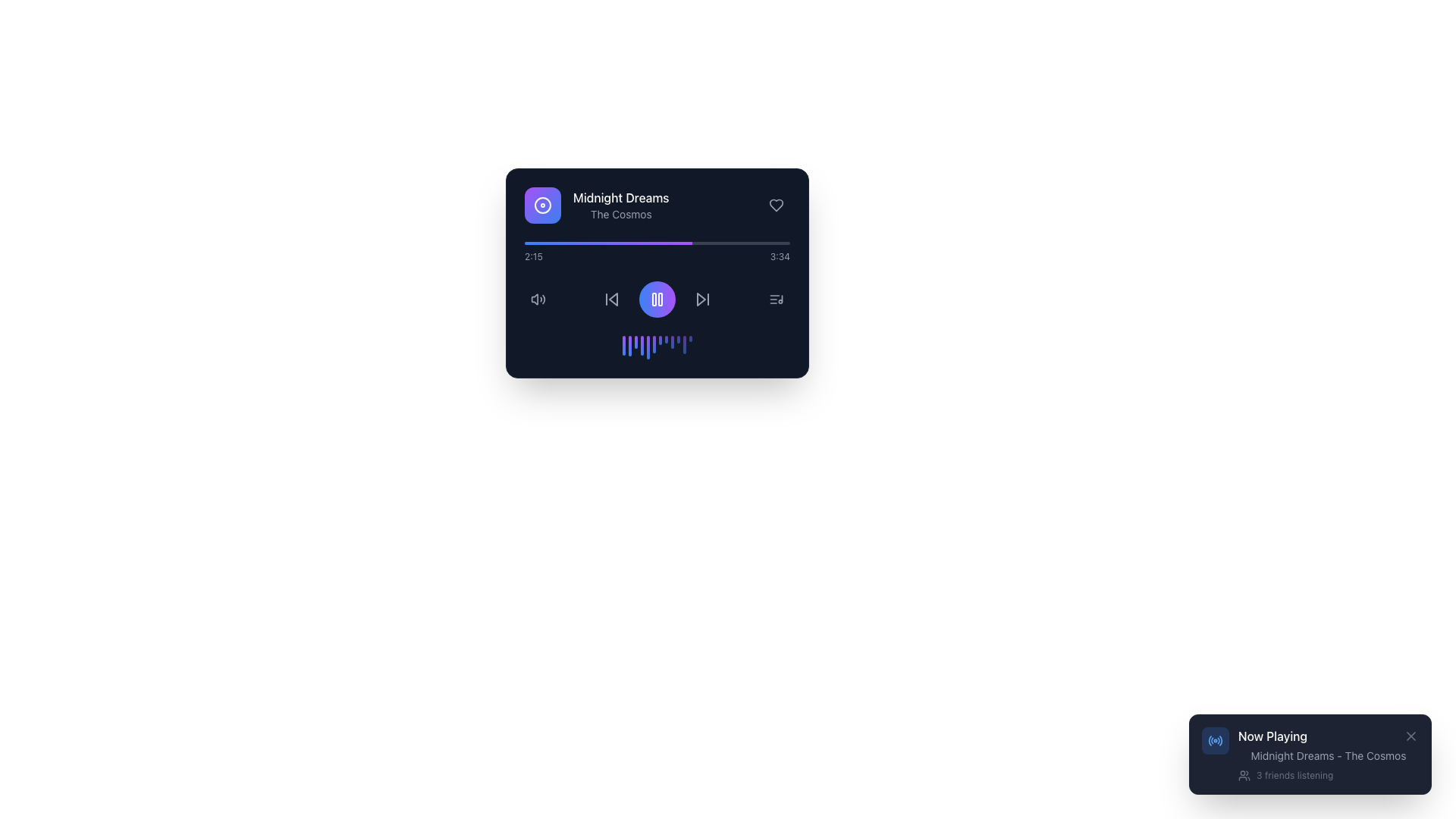 This screenshot has height=819, width=1456. What do you see at coordinates (731, 242) in the screenshot?
I see `progress` at bounding box center [731, 242].